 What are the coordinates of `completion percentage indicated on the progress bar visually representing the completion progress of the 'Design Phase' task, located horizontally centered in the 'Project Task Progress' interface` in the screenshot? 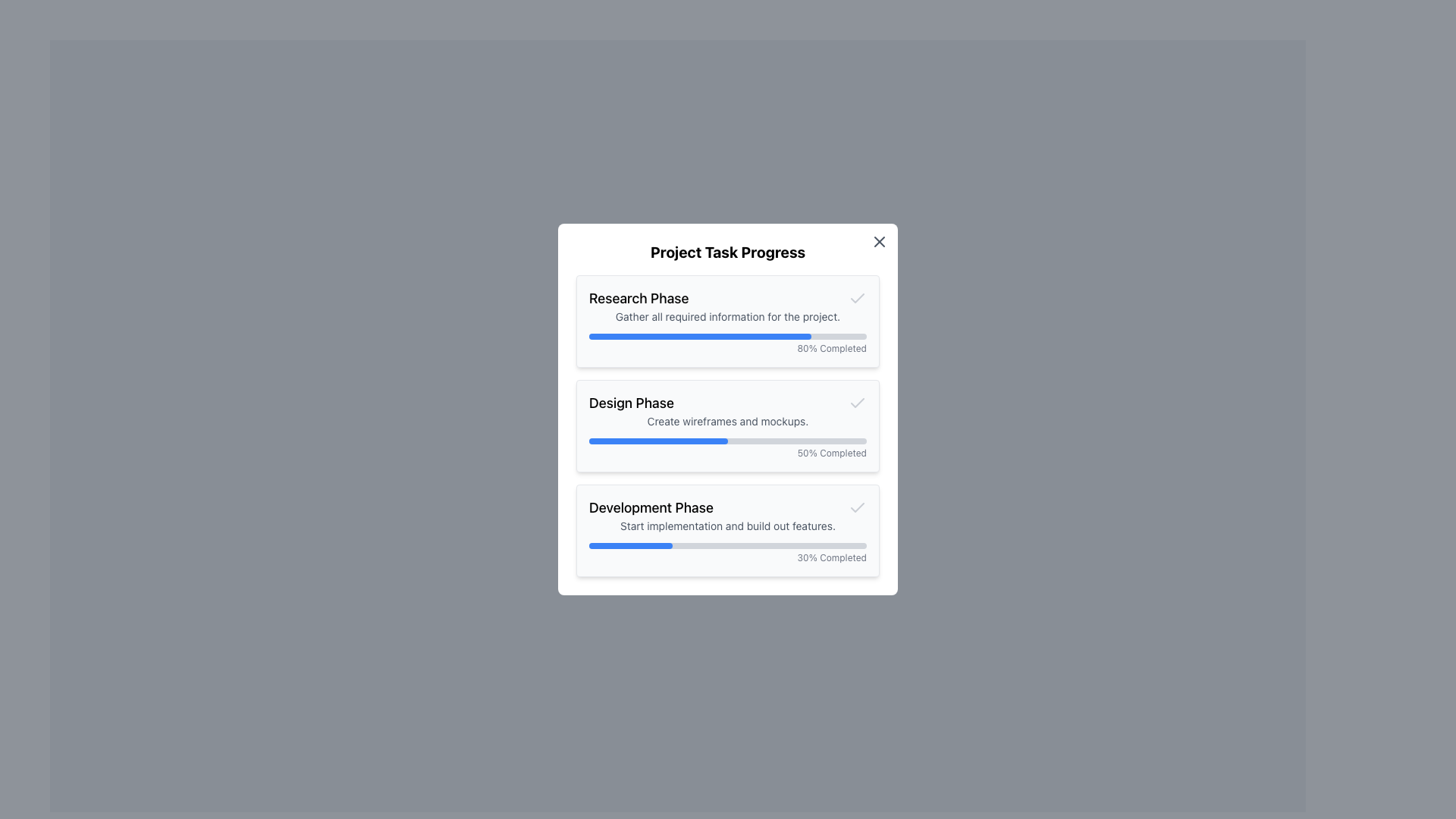 It's located at (728, 441).